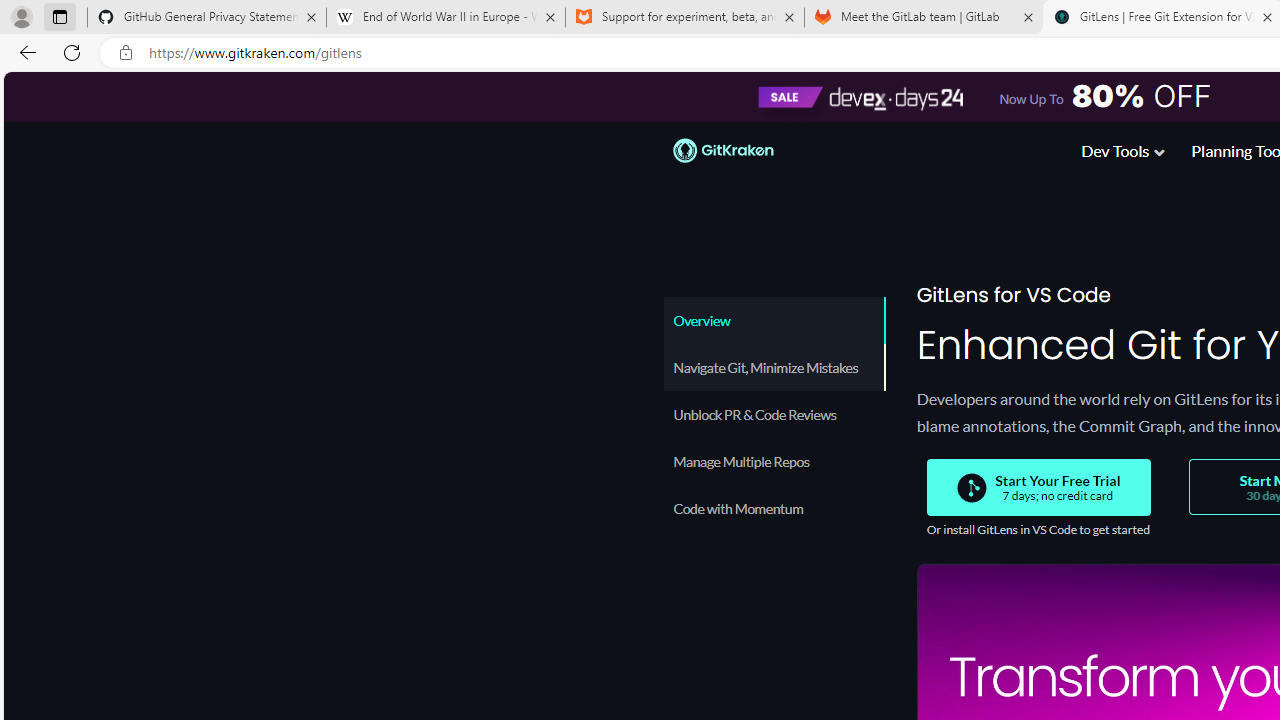 This screenshot has height=720, width=1280. What do you see at coordinates (1037, 528) in the screenshot?
I see `'Or install GitLens in VS Code to get started'` at bounding box center [1037, 528].